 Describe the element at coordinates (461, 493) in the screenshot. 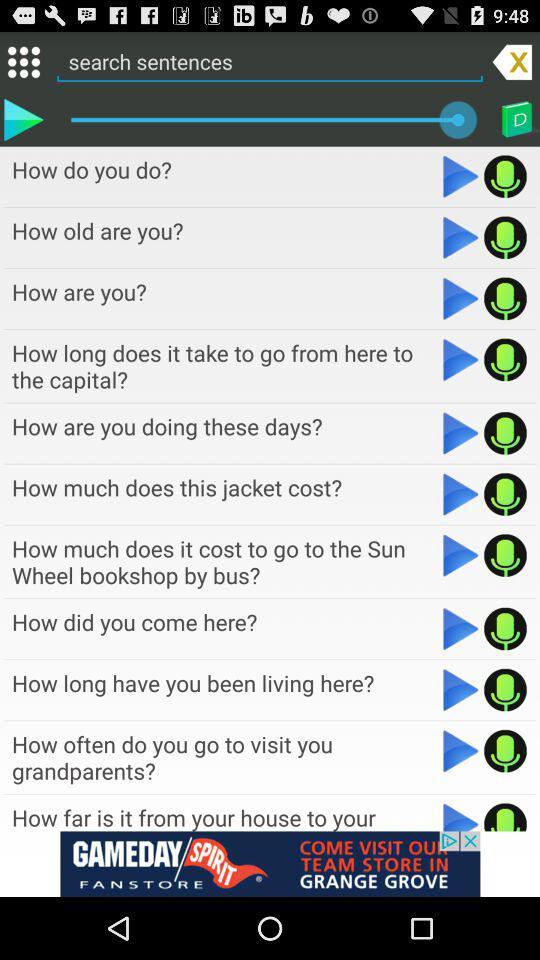

I see `listen to 'how much does this jacket cost` at that location.